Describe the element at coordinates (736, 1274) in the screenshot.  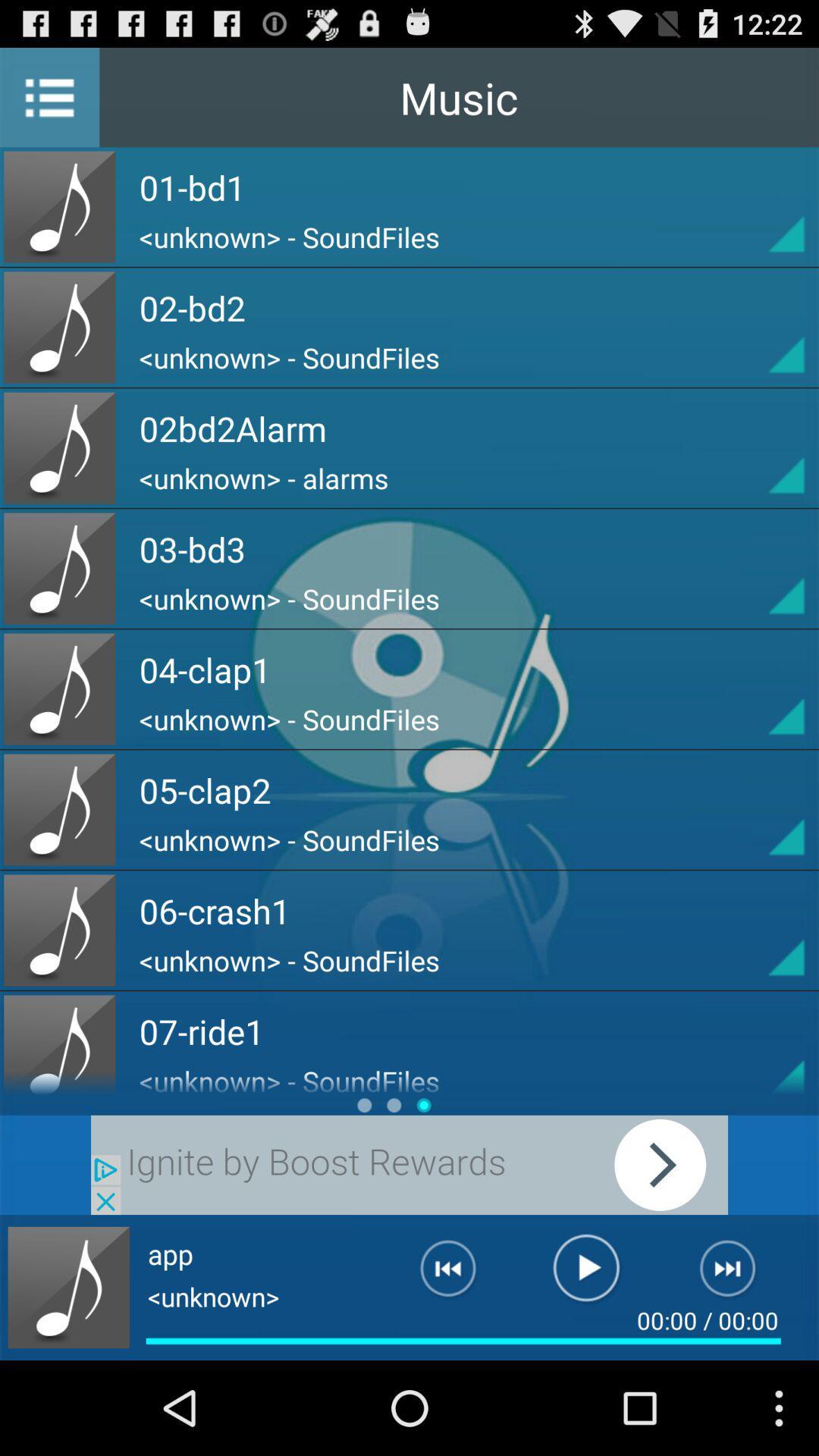
I see `next audio` at that location.